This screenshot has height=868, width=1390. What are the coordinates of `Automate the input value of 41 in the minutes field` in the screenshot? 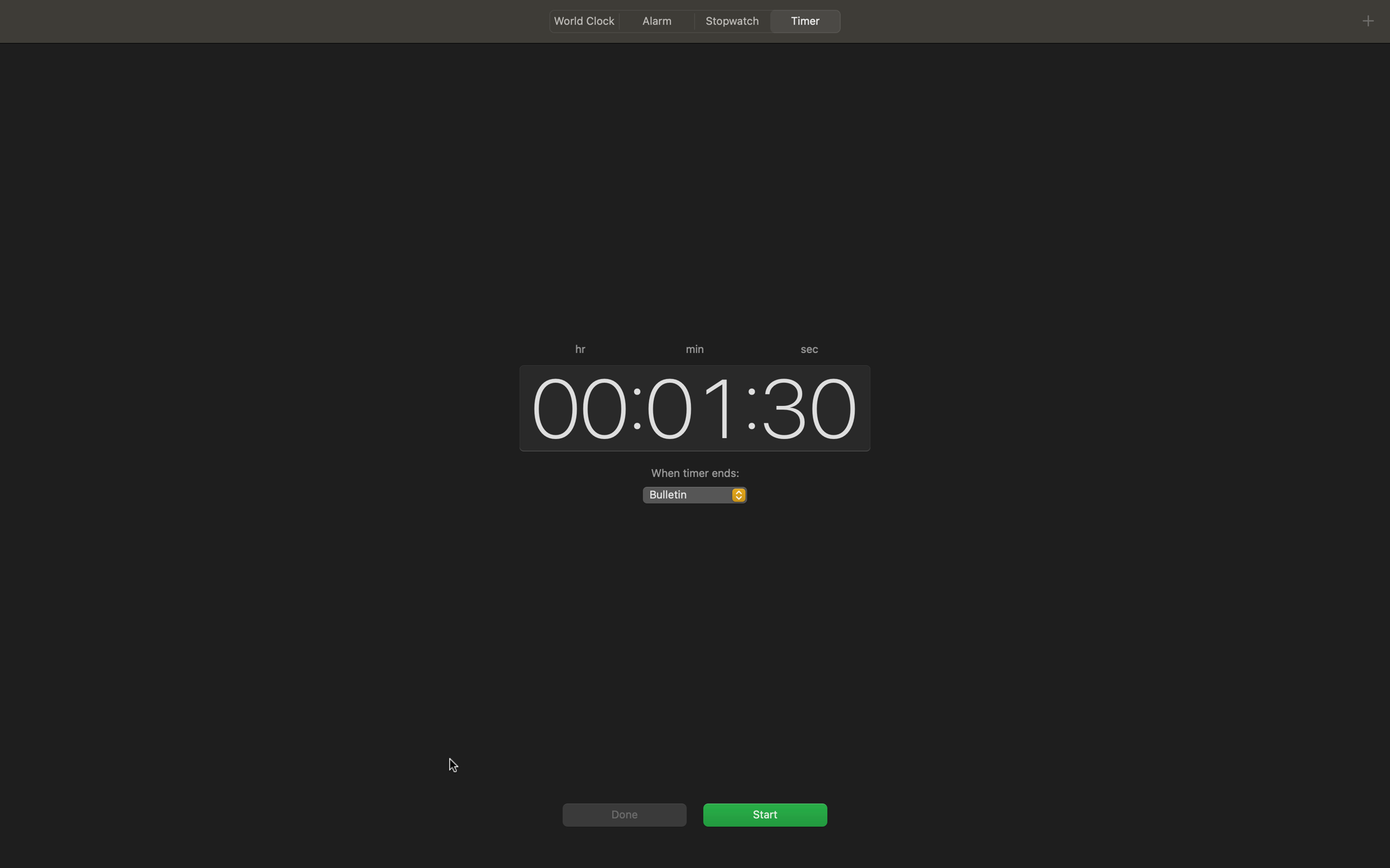 It's located at (690, 406).